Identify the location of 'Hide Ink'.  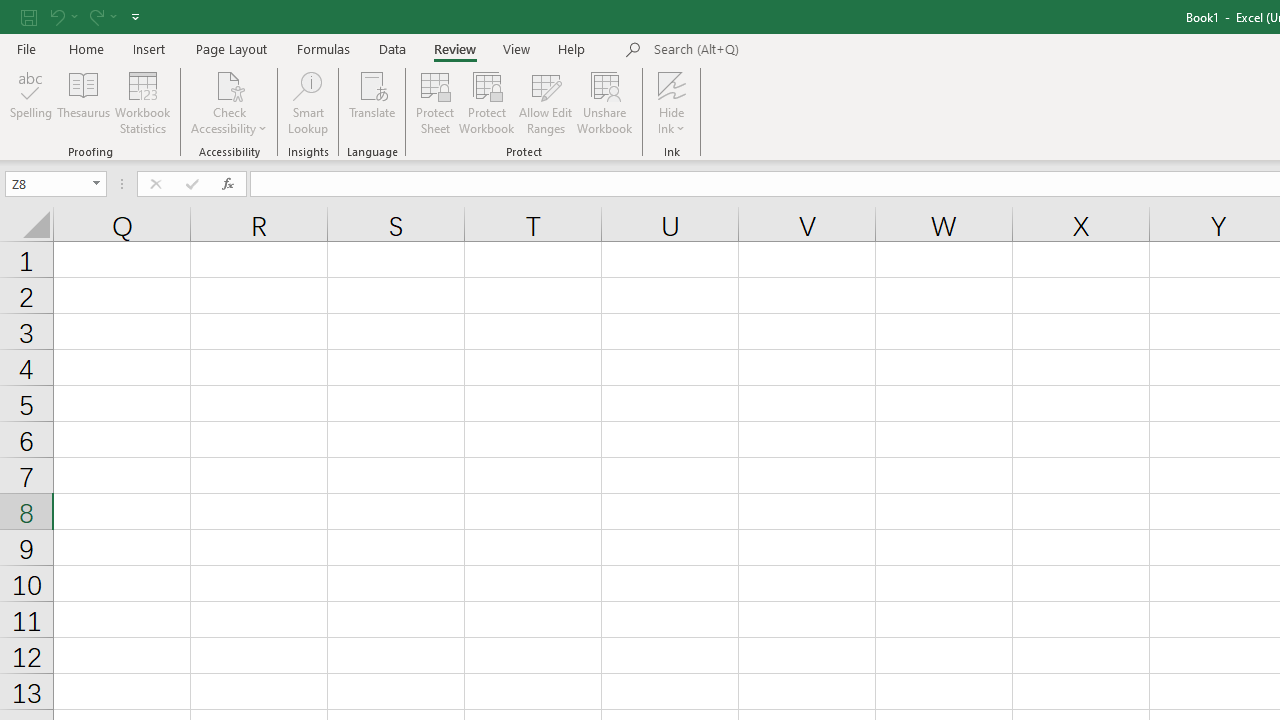
(672, 84).